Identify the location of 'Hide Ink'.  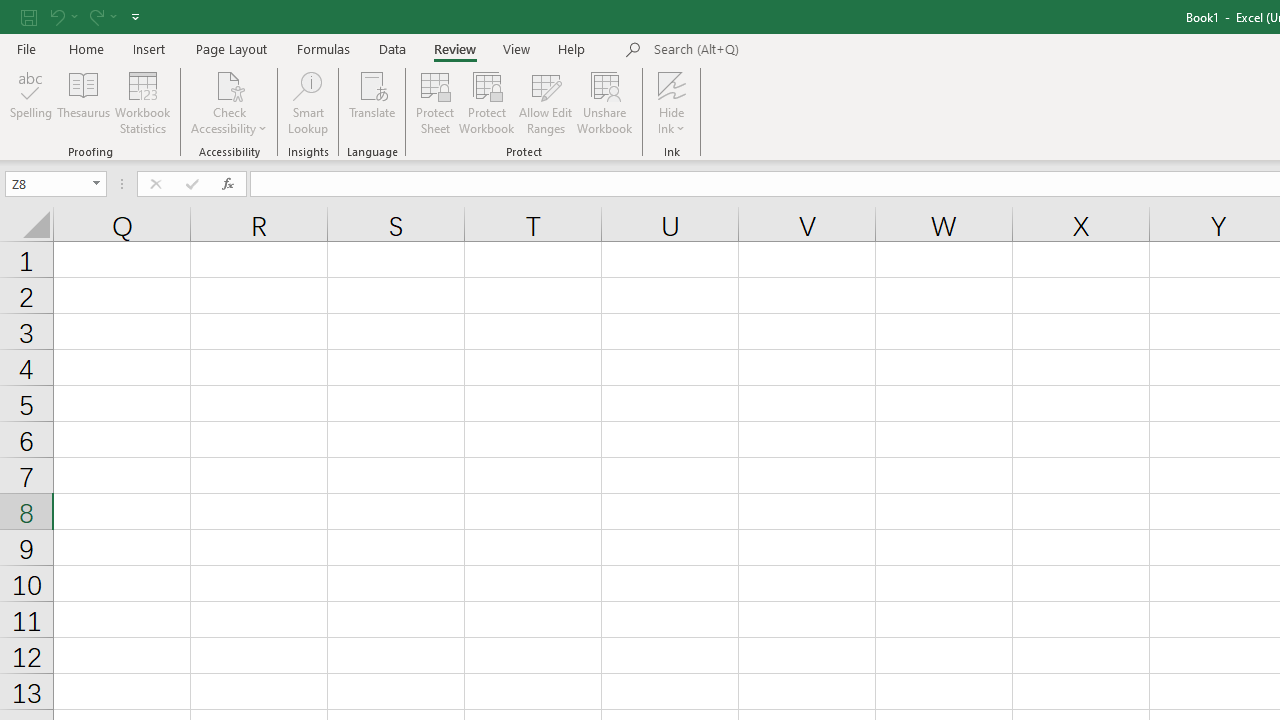
(672, 84).